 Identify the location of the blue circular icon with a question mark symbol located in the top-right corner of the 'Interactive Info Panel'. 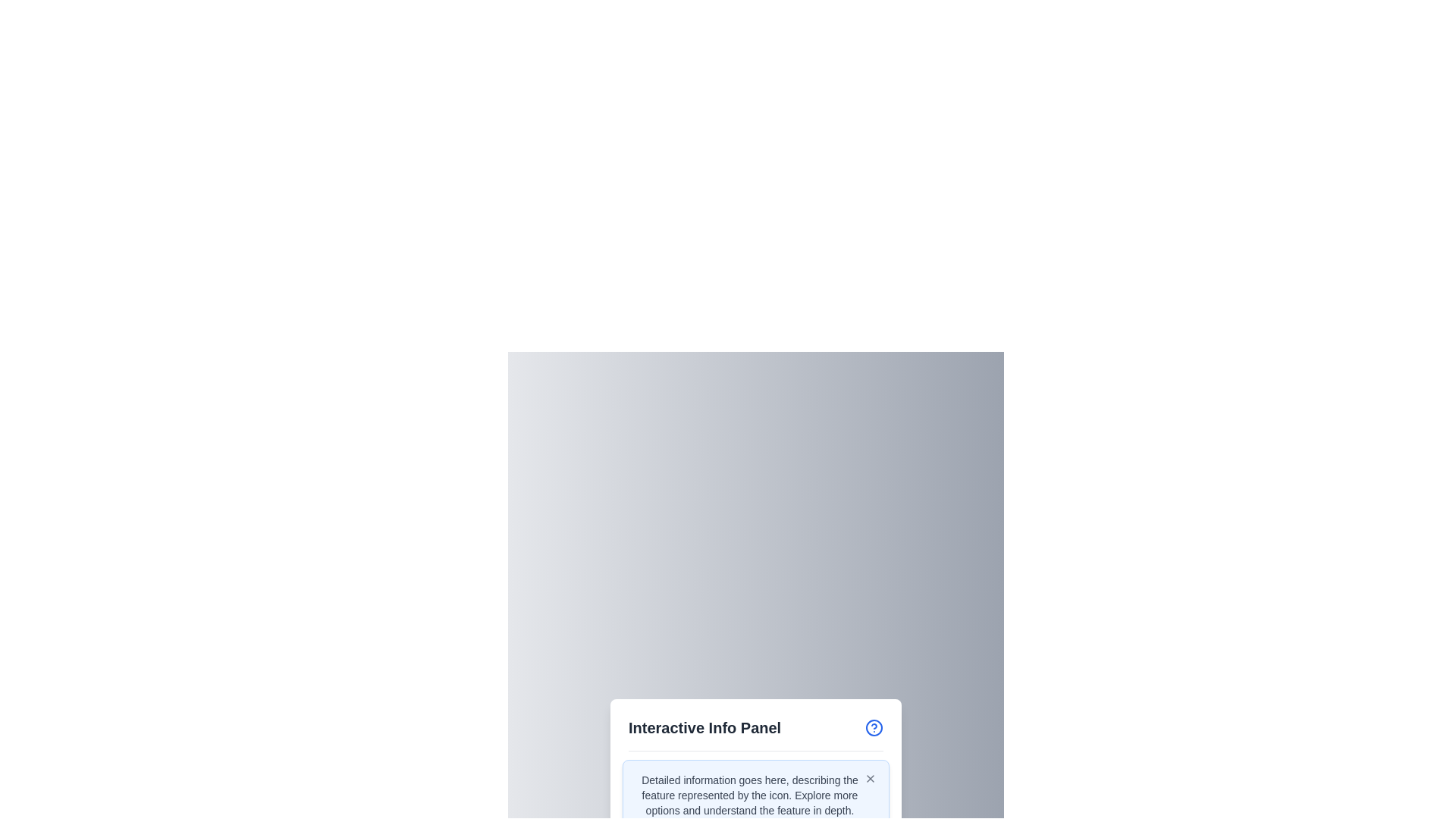
(874, 726).